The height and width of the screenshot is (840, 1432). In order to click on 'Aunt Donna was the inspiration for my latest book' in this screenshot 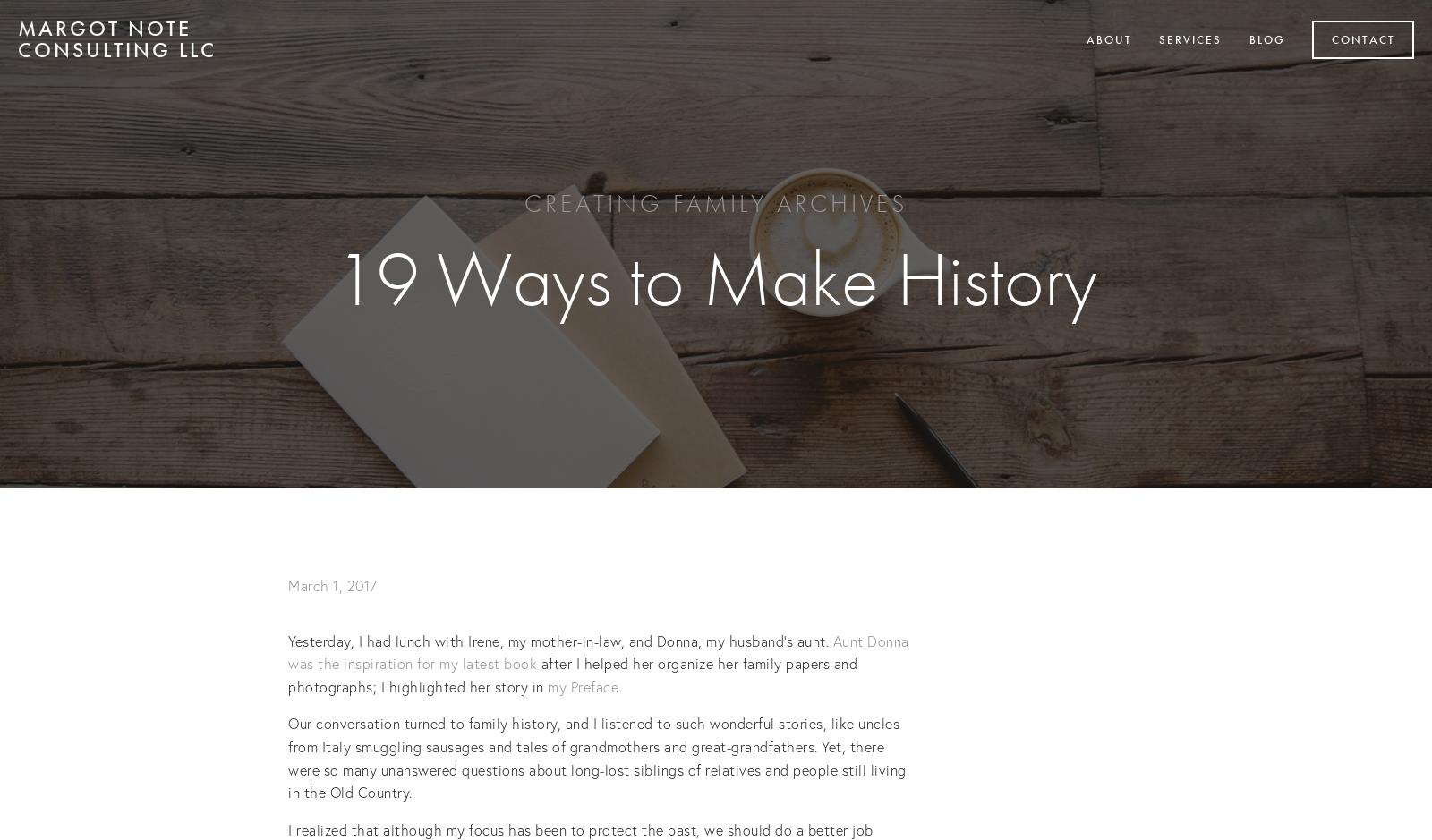, I will do `click(601, 651)`.